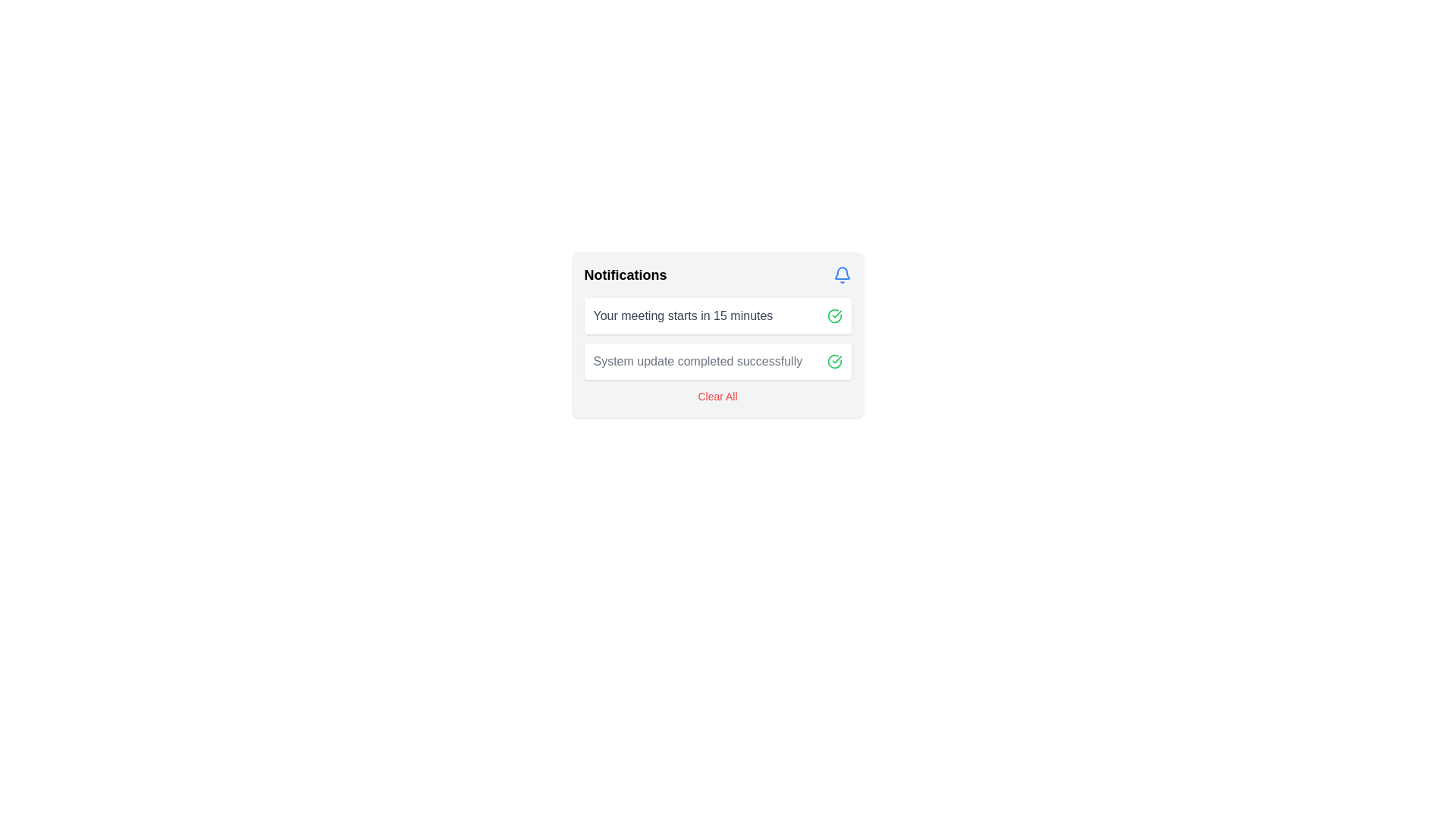  I want to click on the visual confirmation icon located at the right end of the notification titled 'System update completed successfully', so click(833, 362).